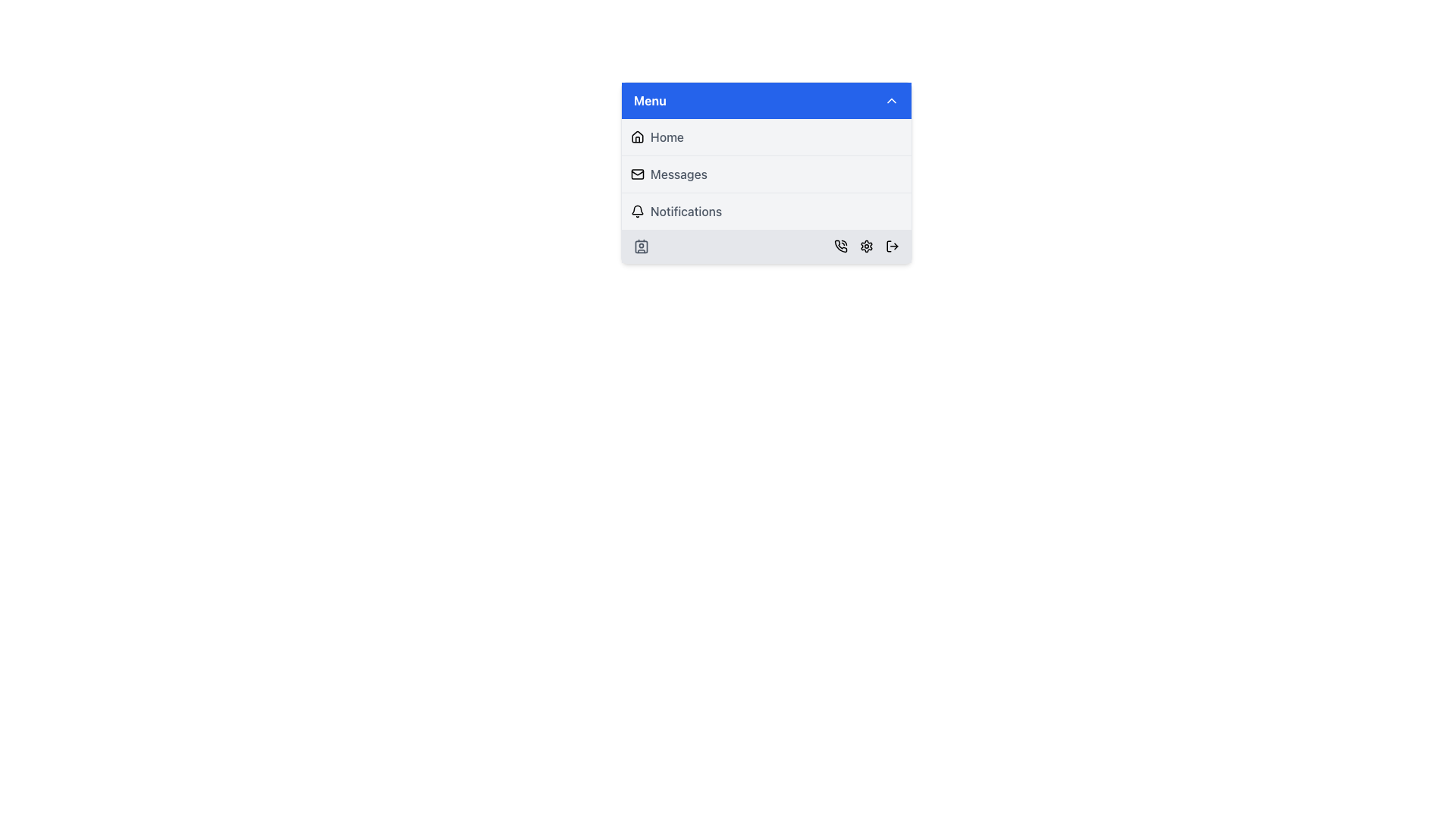 The width and height of the screenshot is (1456, 819). I want to click on text of the 'Notifications' menu item, which is the third entry in the menu list, following 'Home' and 'Messages', so click(686, 211).